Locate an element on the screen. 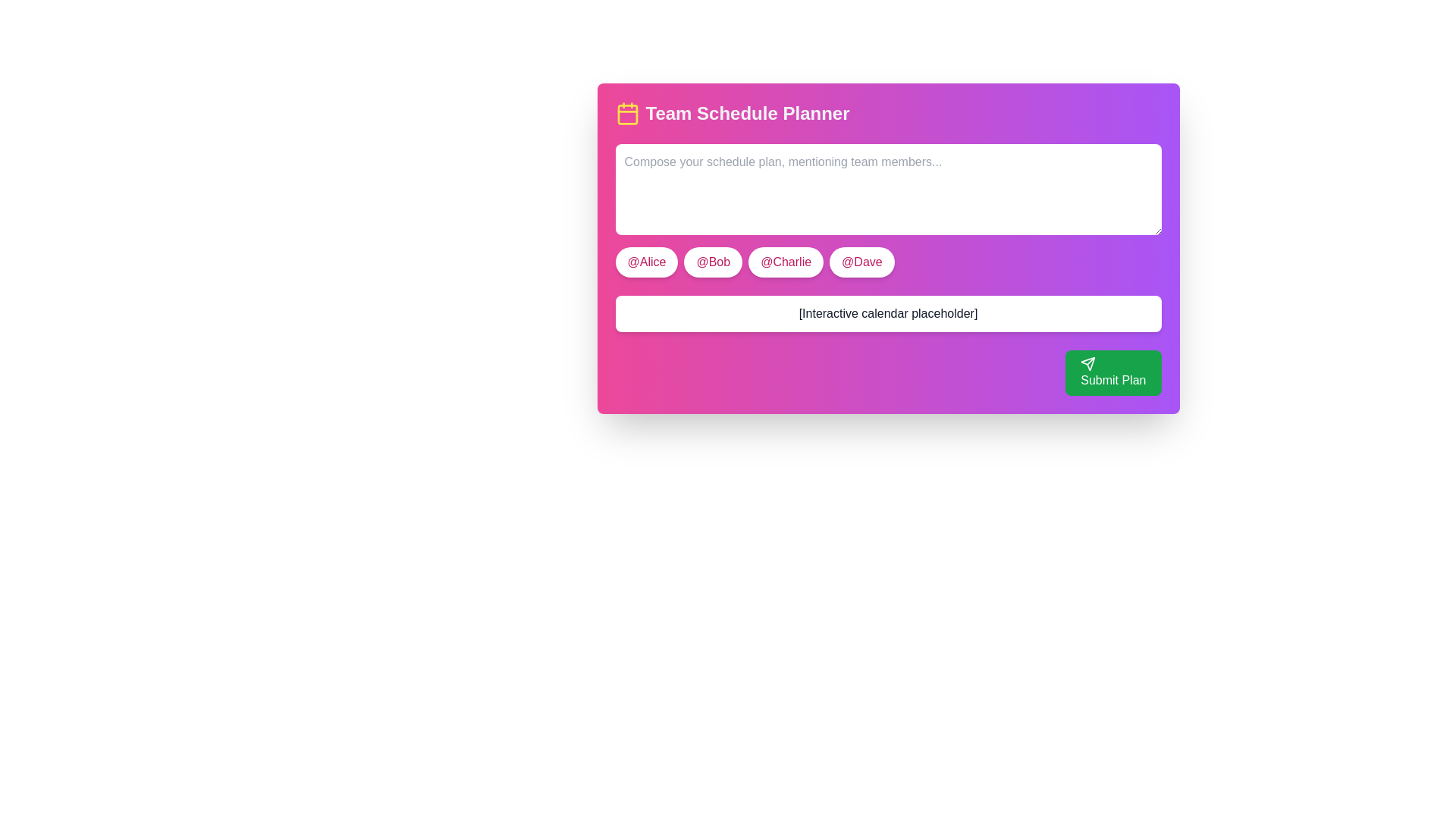 The image size is (1456, 819). the 'Submit Plan' button which houses the graphical arrowhead icon component located in the lower-right corner of the interface is located at coordinates (1087, 363).